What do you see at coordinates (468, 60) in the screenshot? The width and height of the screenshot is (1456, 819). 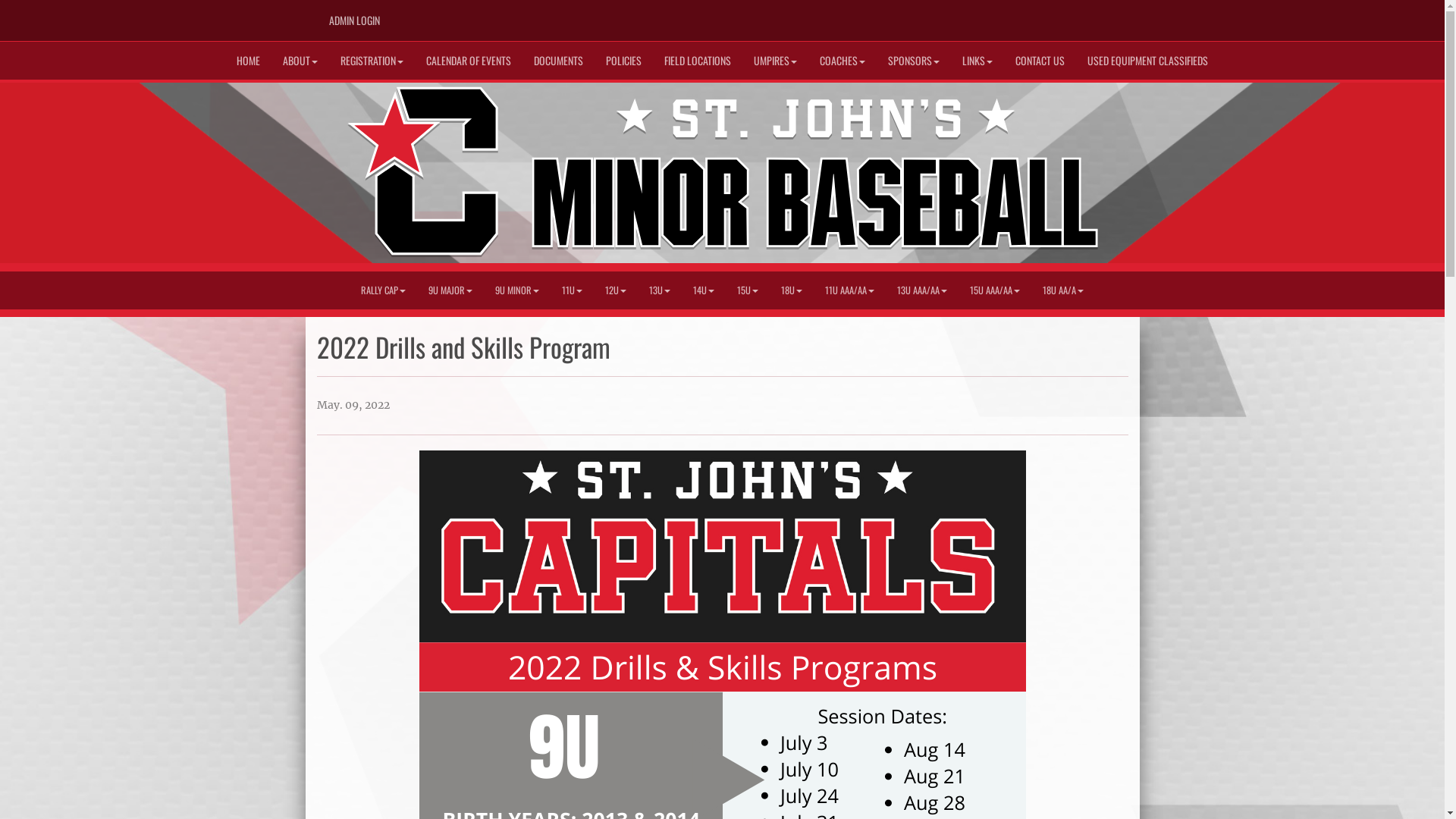 I see `'CALENDAR OF EVENTS'` at bounding box center [468, 60].